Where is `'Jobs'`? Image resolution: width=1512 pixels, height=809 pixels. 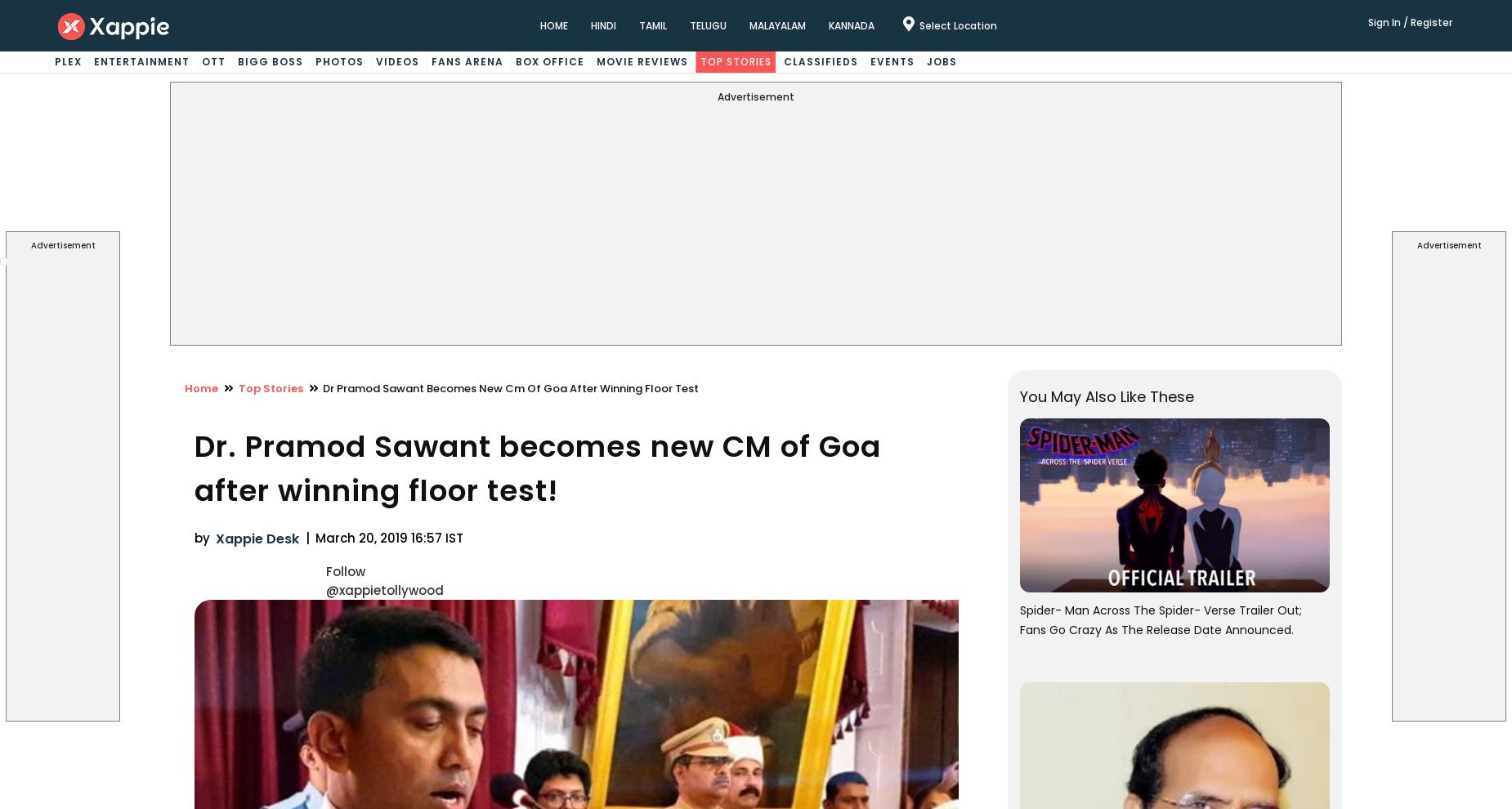 'Jobs' is located at coordinates (941, 61).